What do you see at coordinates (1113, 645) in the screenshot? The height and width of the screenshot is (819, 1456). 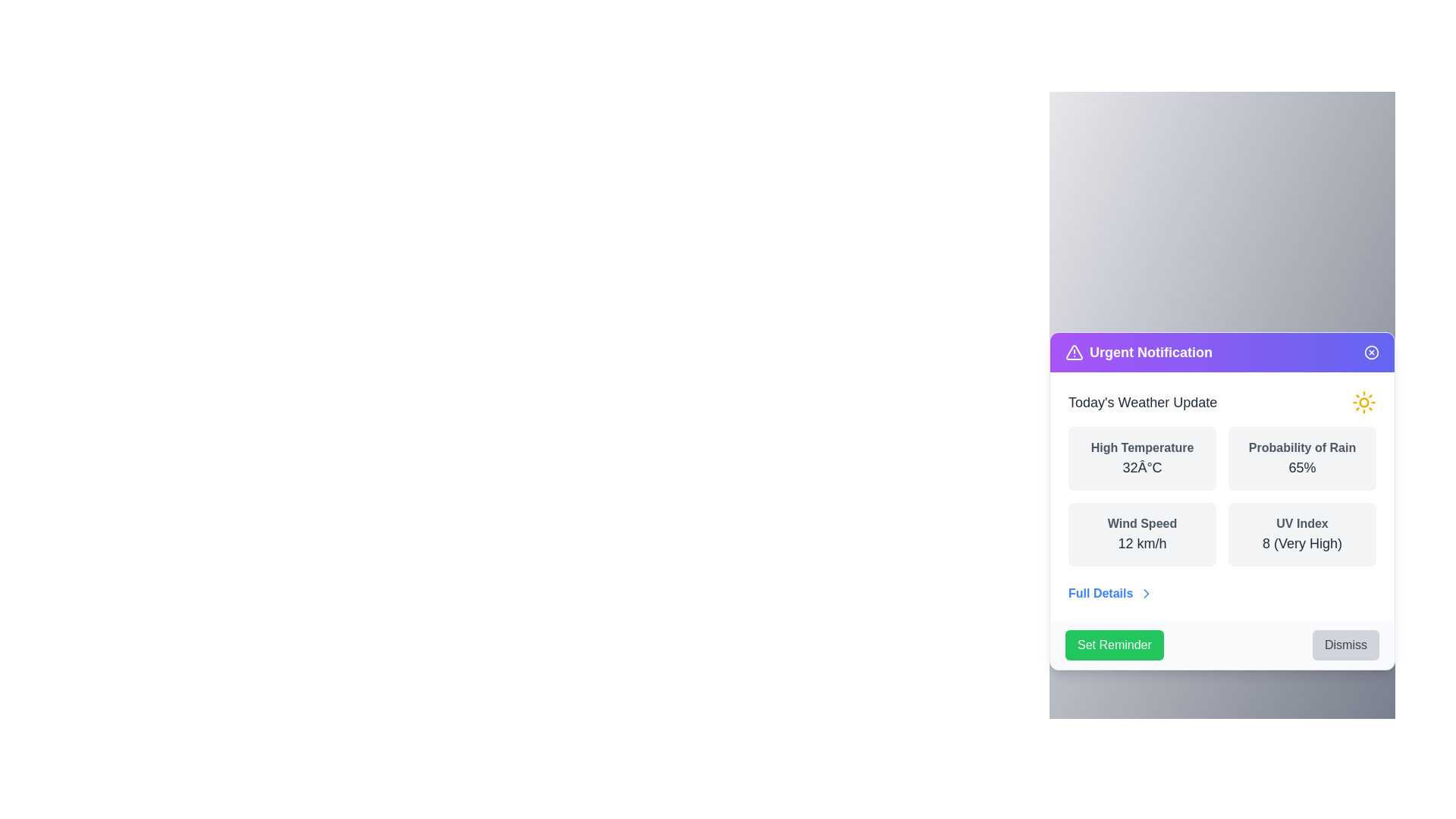 I see `the 'Set Reminder' button located at the bottom of the notification panel, positioned to the left of the 'Dismiss' button` at bounding box center [1113, 645].